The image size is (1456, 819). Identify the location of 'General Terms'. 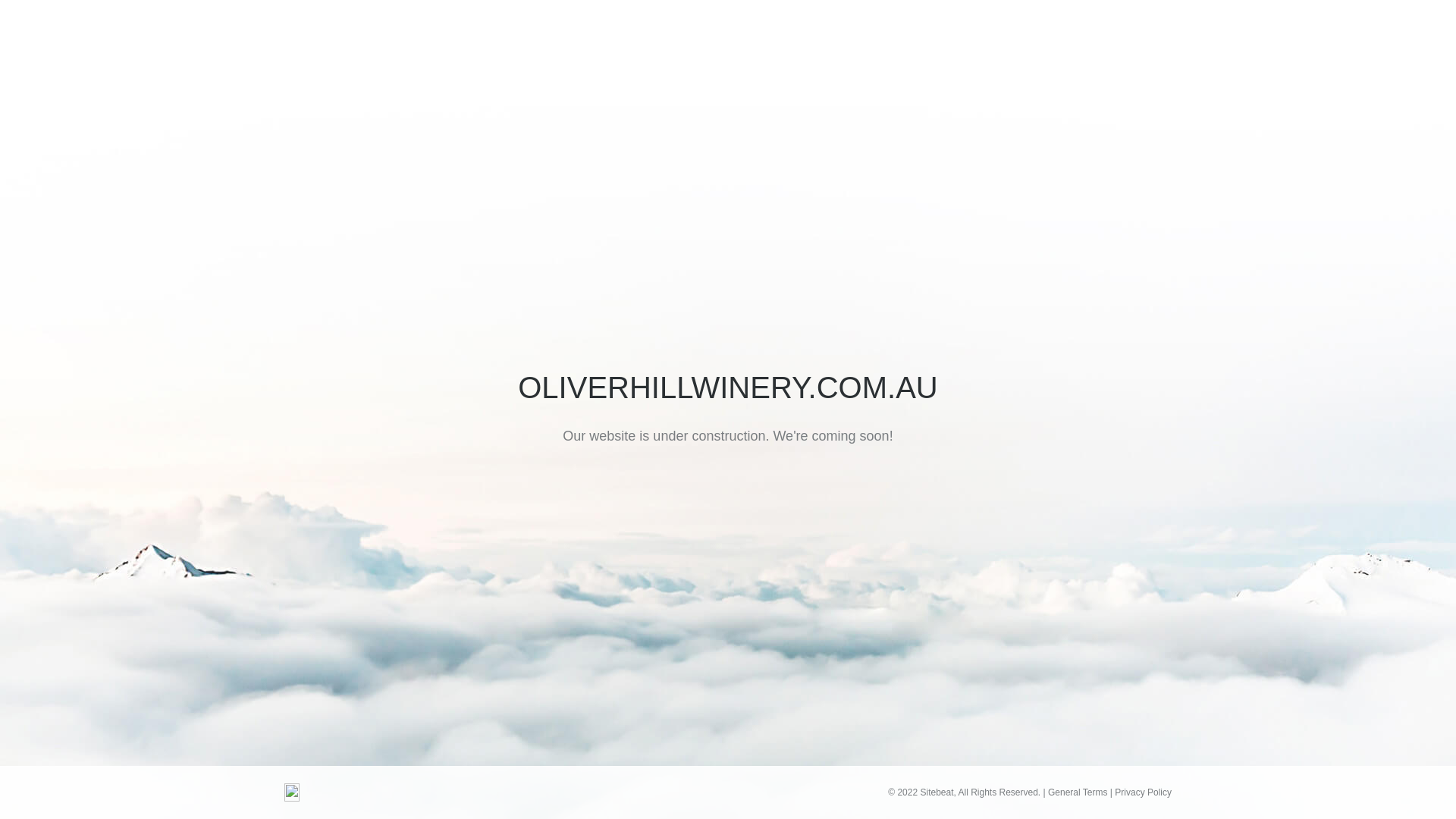
(1076, 792).